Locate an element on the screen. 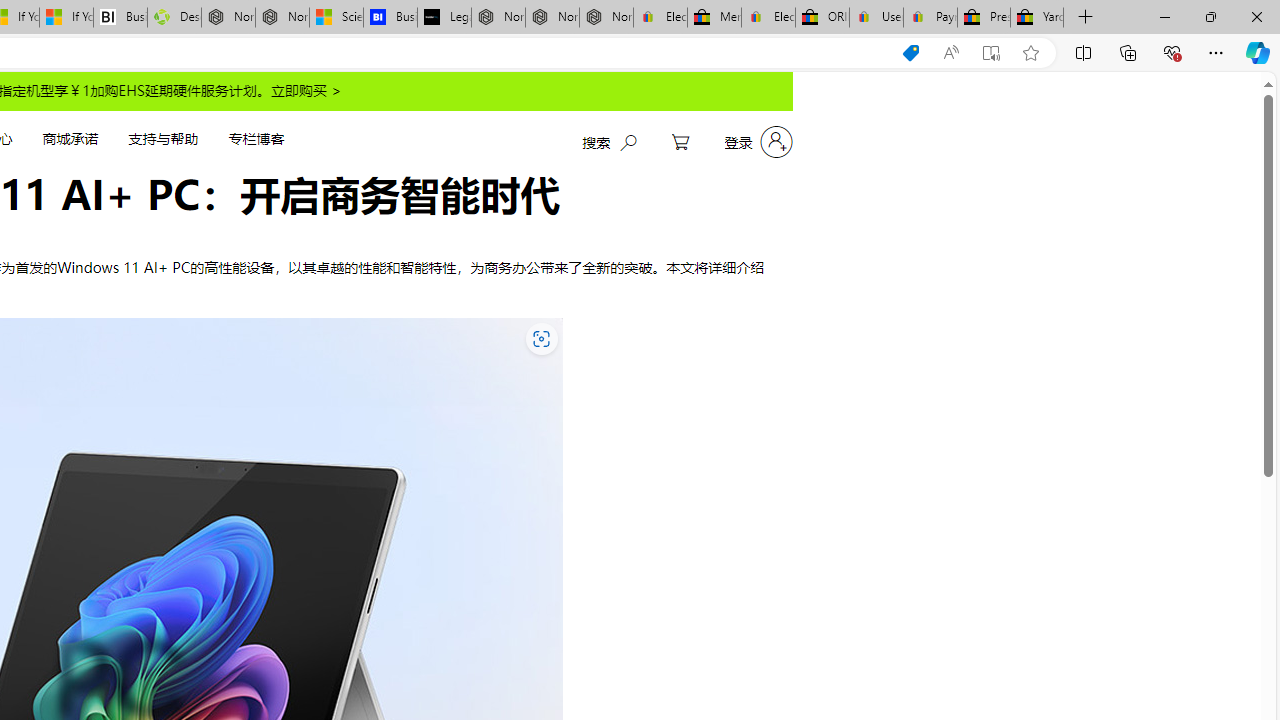 This screenshot has height=720, width=1280. 'Nordace - Summer Adventures 2024' is located at coordinates (228, 17).